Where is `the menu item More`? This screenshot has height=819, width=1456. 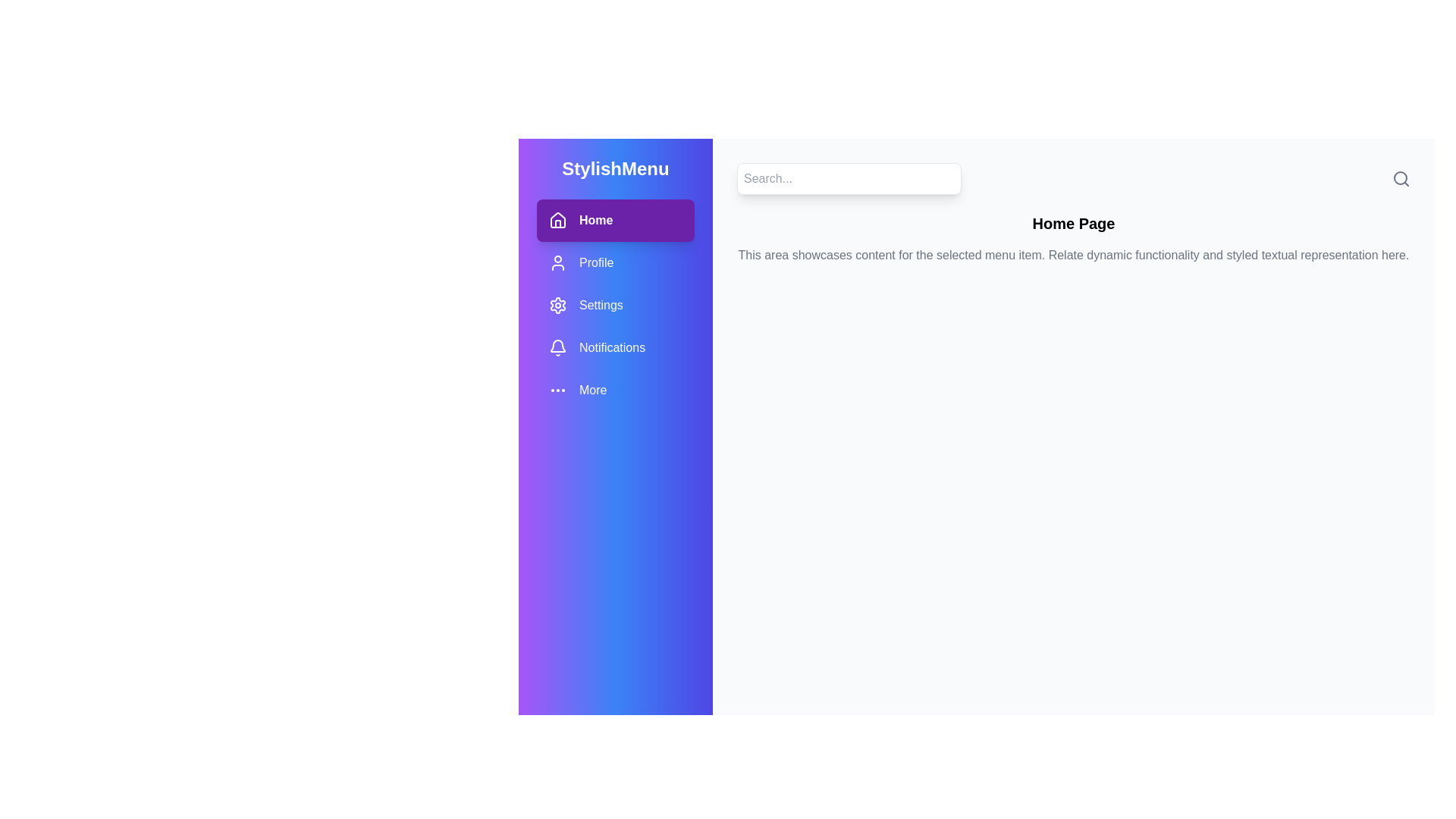
the menu item More is located at coordinates (615, 390).